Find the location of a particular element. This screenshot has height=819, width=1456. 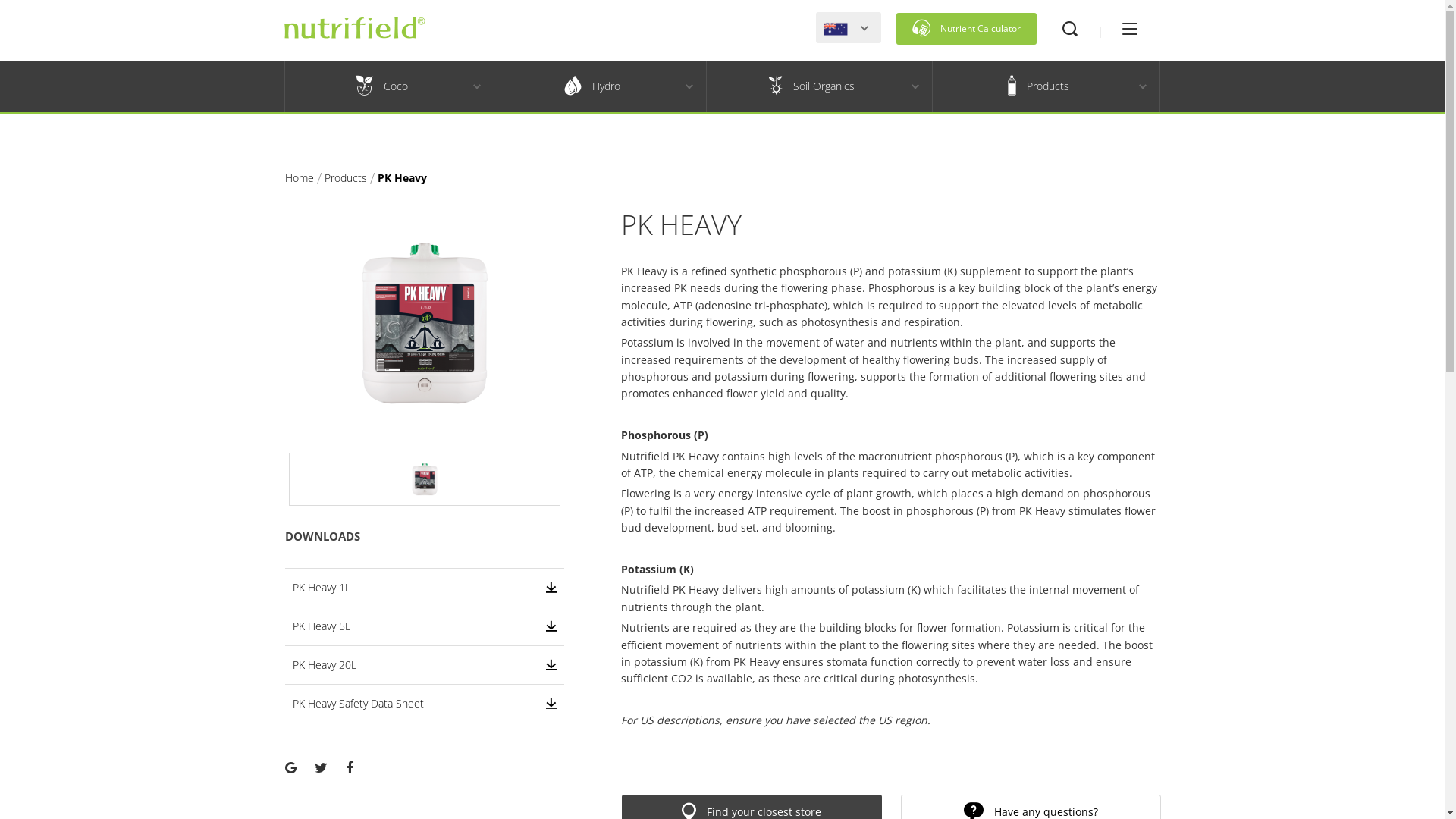

'PK Heavy 1L' is located at coordinates (425, 587).